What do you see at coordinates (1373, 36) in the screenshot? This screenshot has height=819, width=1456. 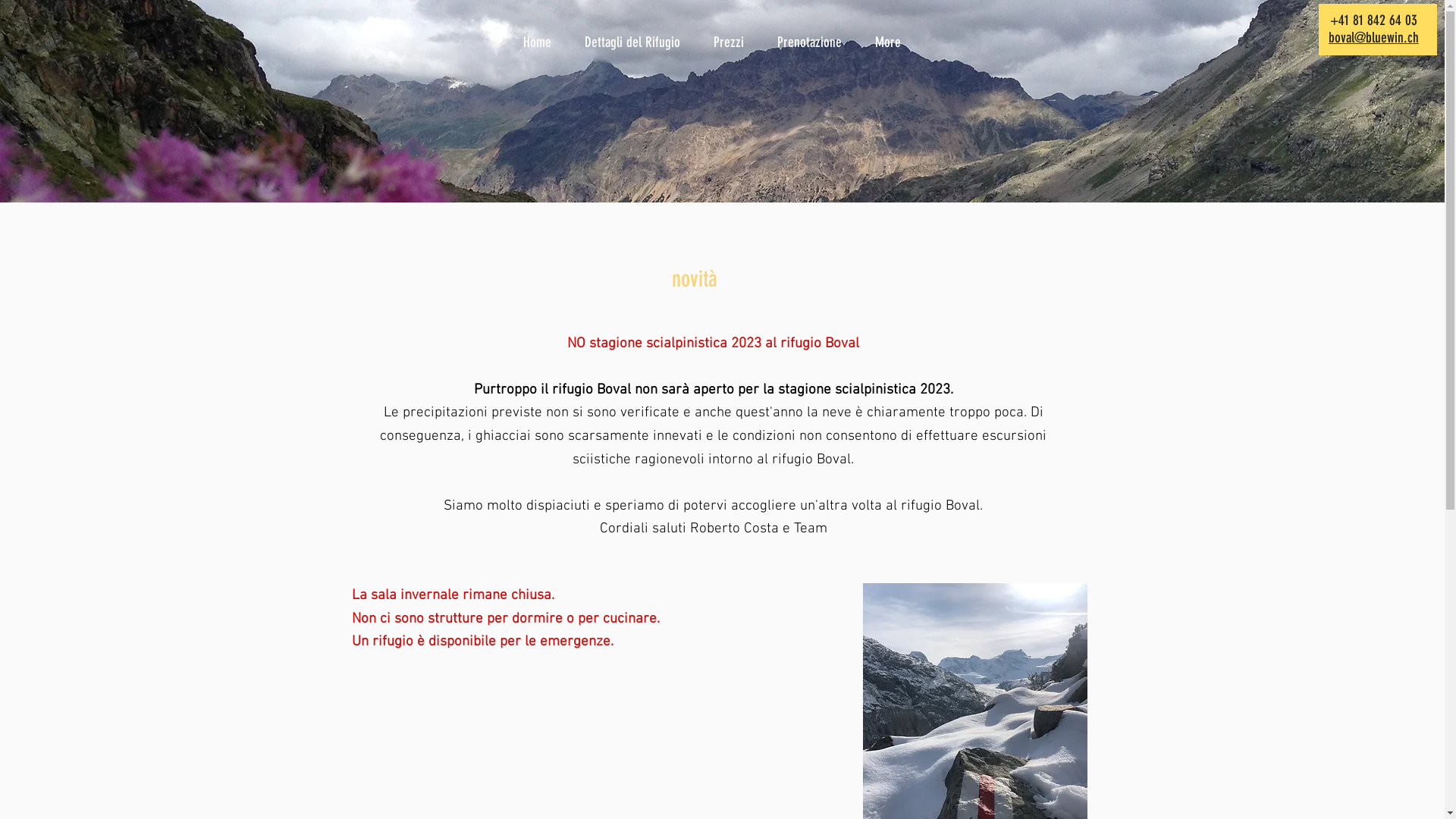 I see `'boval@bluewin.ch'` at bounding box center [1373, 36].